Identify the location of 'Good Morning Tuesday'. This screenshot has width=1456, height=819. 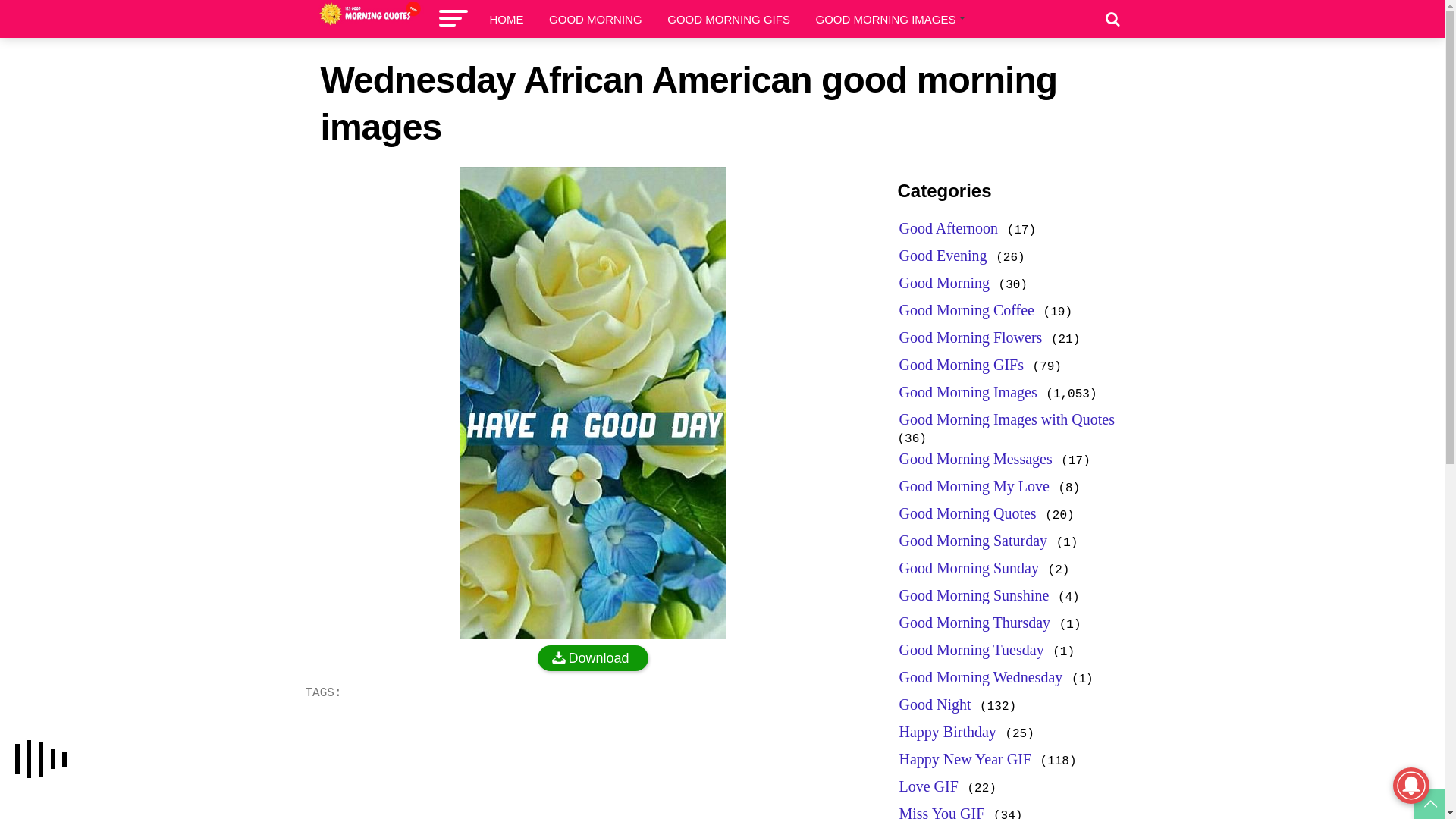
(971, 648).